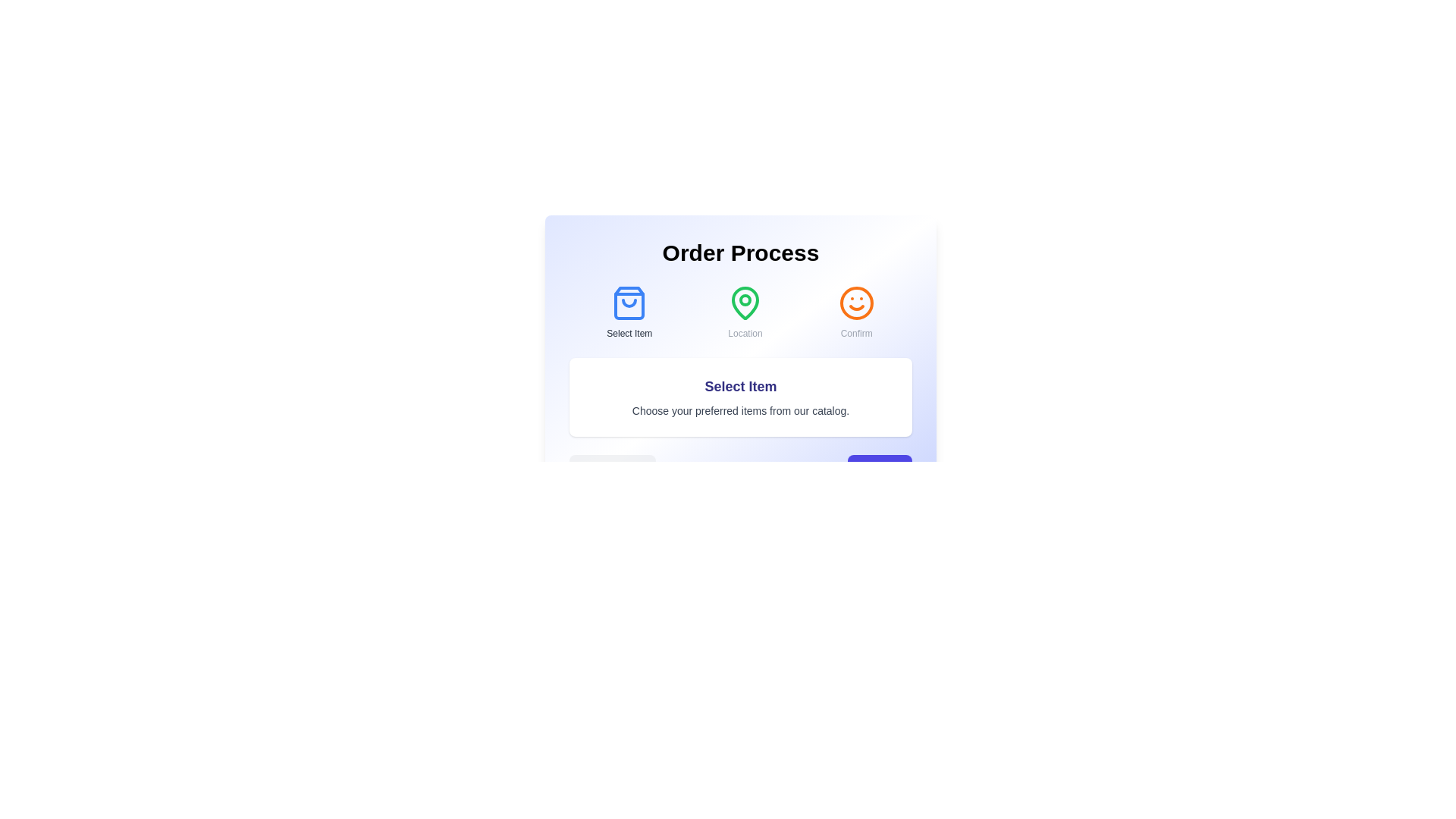 Image resolution: width=1456 pixels, height=819 pixels. Describe the element at coordinates (745, 303) in the screenshot. I see `the icon representing the step Location` at that location.